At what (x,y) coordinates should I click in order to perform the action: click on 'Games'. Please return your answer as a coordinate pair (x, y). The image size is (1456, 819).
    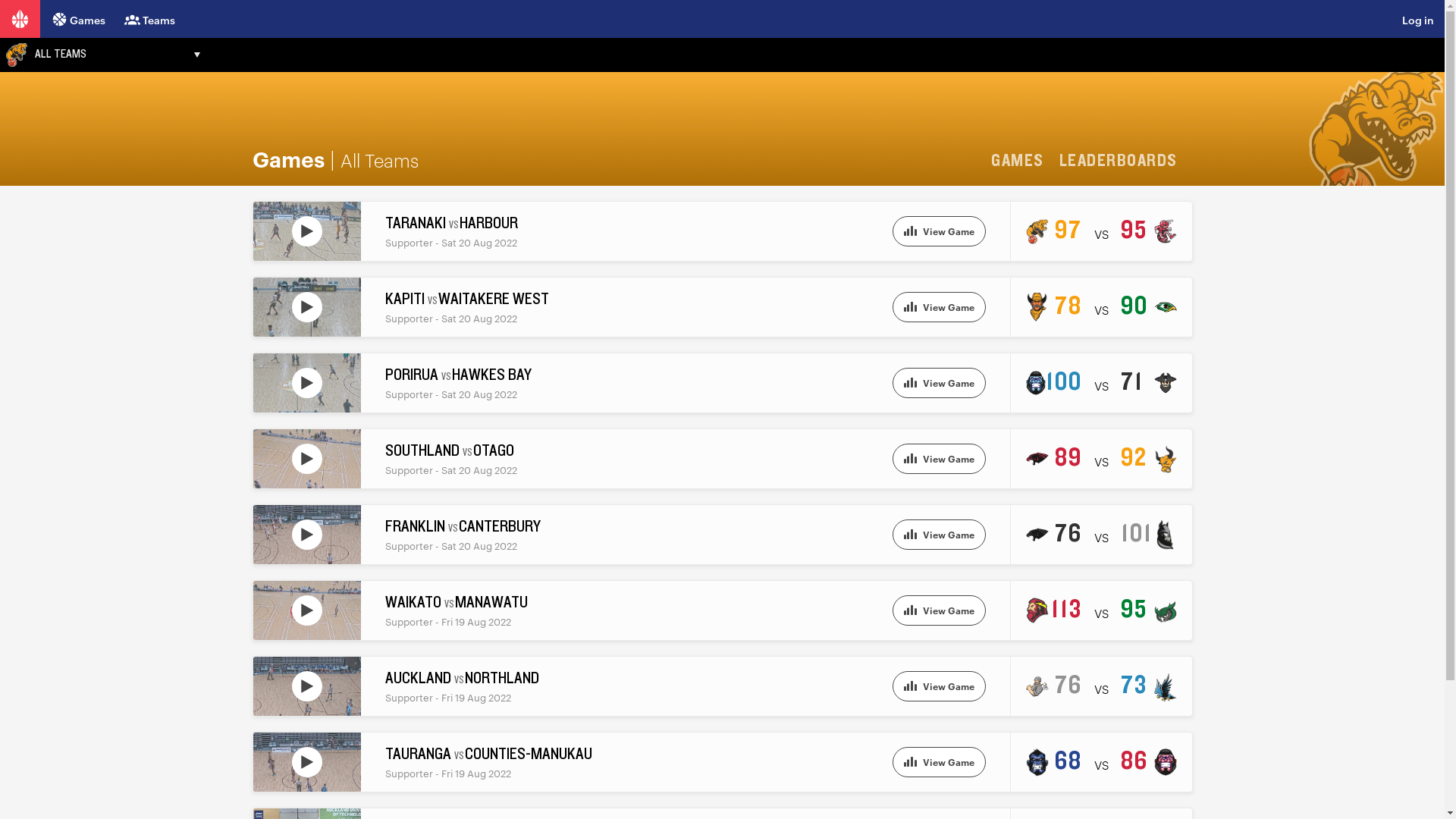
    Looking at the image, I should click on (77, 18).